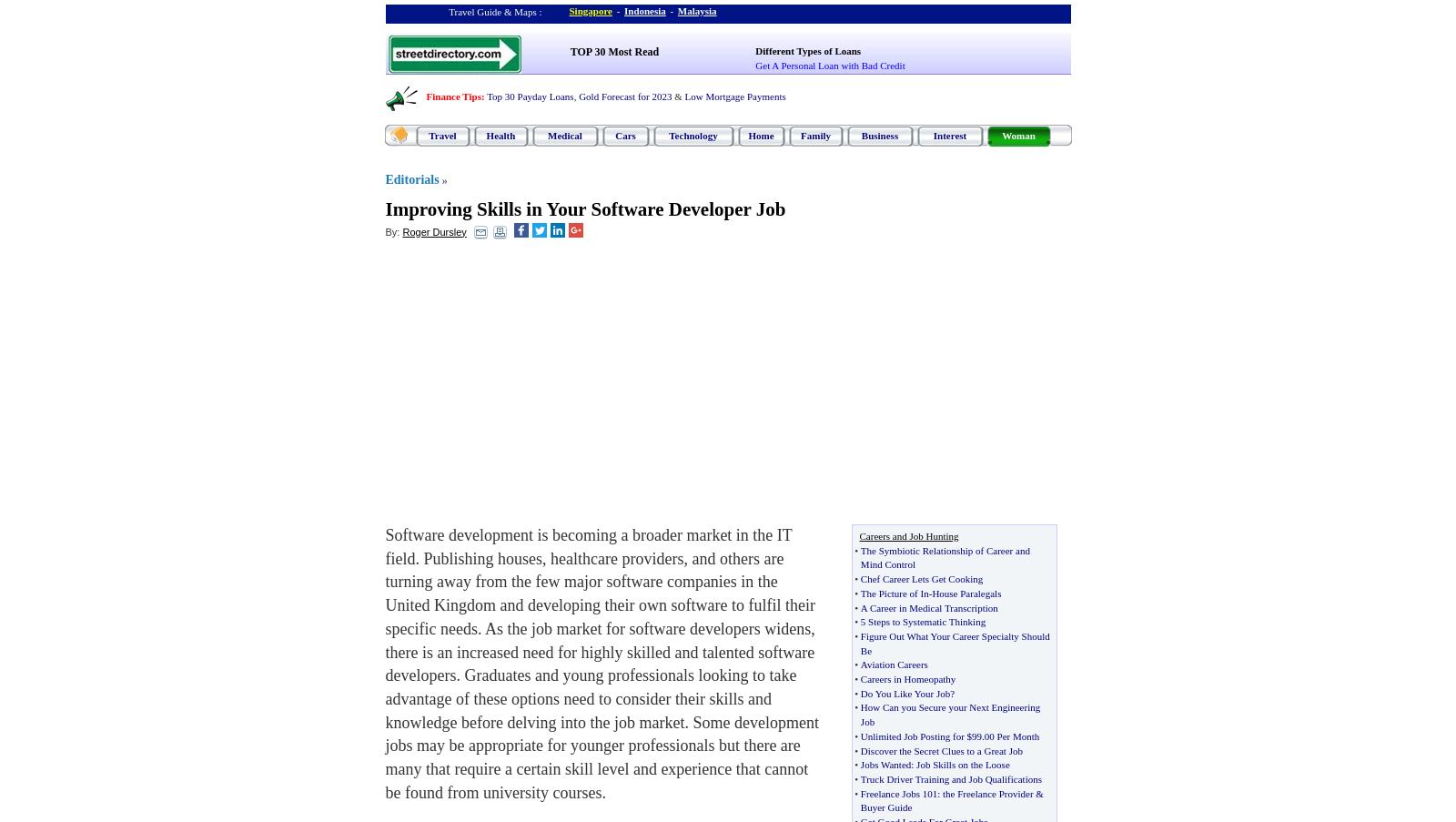 Image resolution: width=1456 pixels, height=822 pixels. Describe the element at coordinates (907, 536) in the screenshot. I see `'Careers and Job Hunting'` at that location.